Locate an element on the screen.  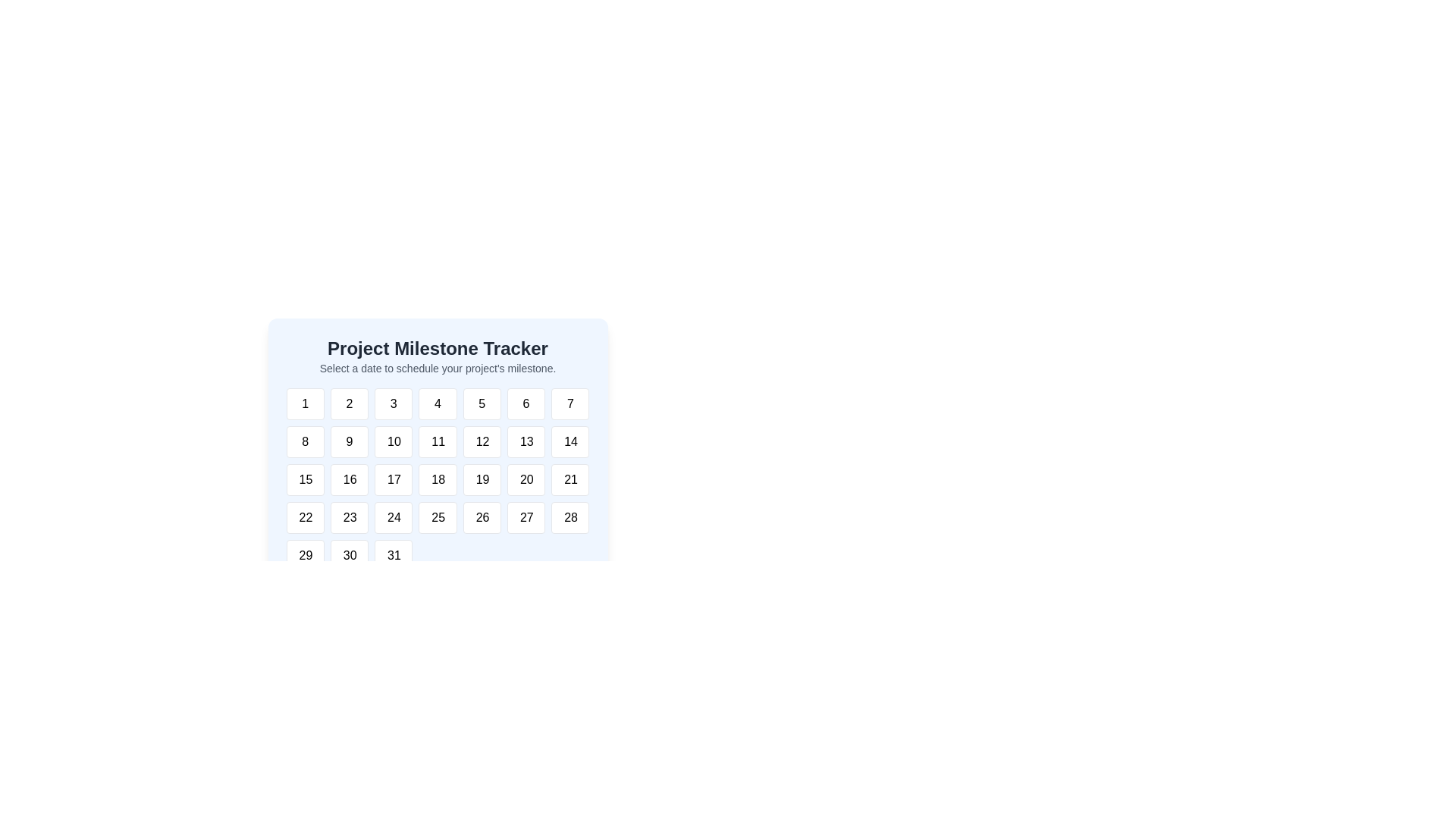
the button representing the seventh day of the month in the calendar interface is located at coordinates (570, 403).